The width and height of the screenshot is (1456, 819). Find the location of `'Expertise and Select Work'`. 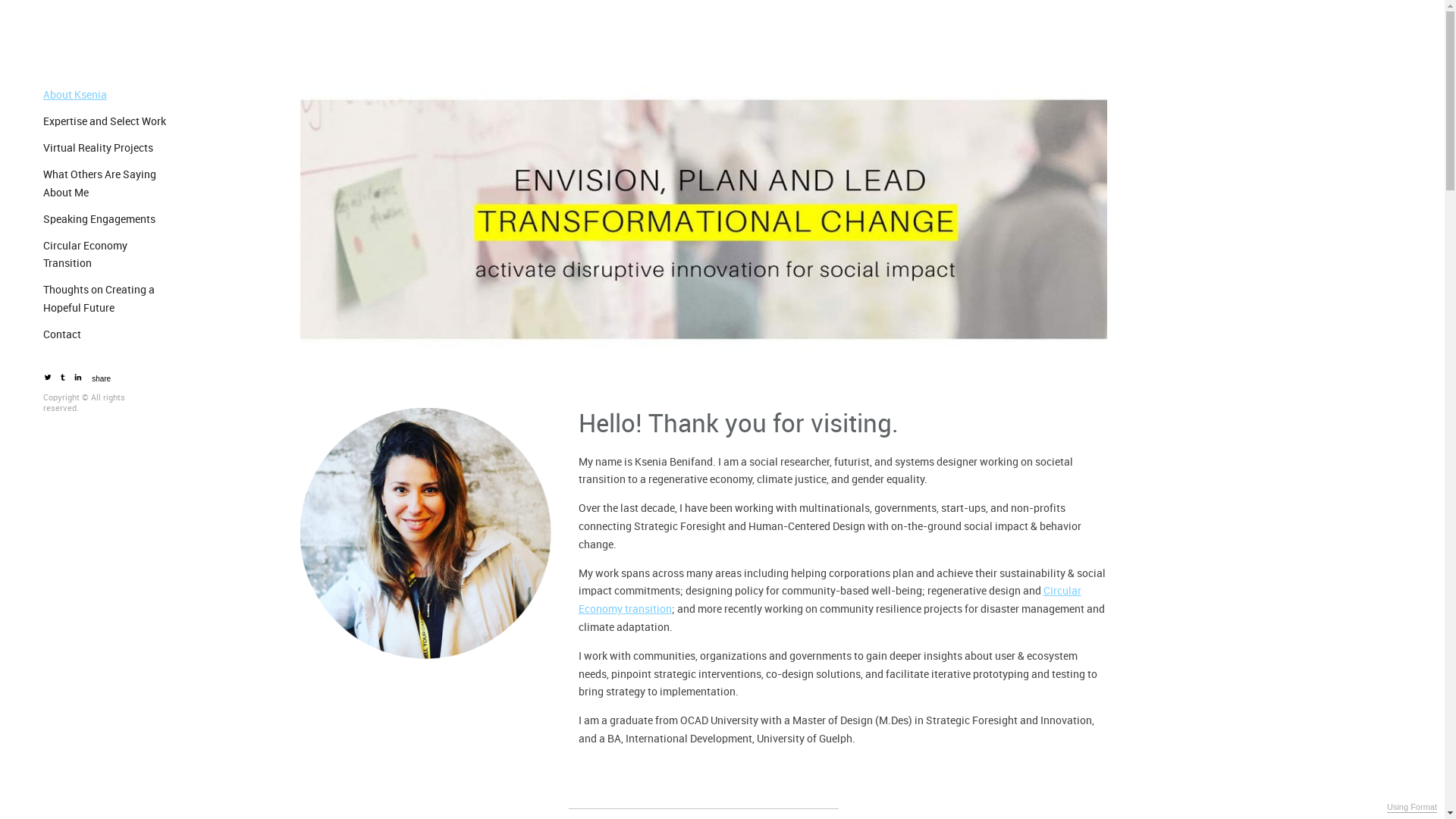

'Expertise and Select Work' is located at coordinates (43, 121).